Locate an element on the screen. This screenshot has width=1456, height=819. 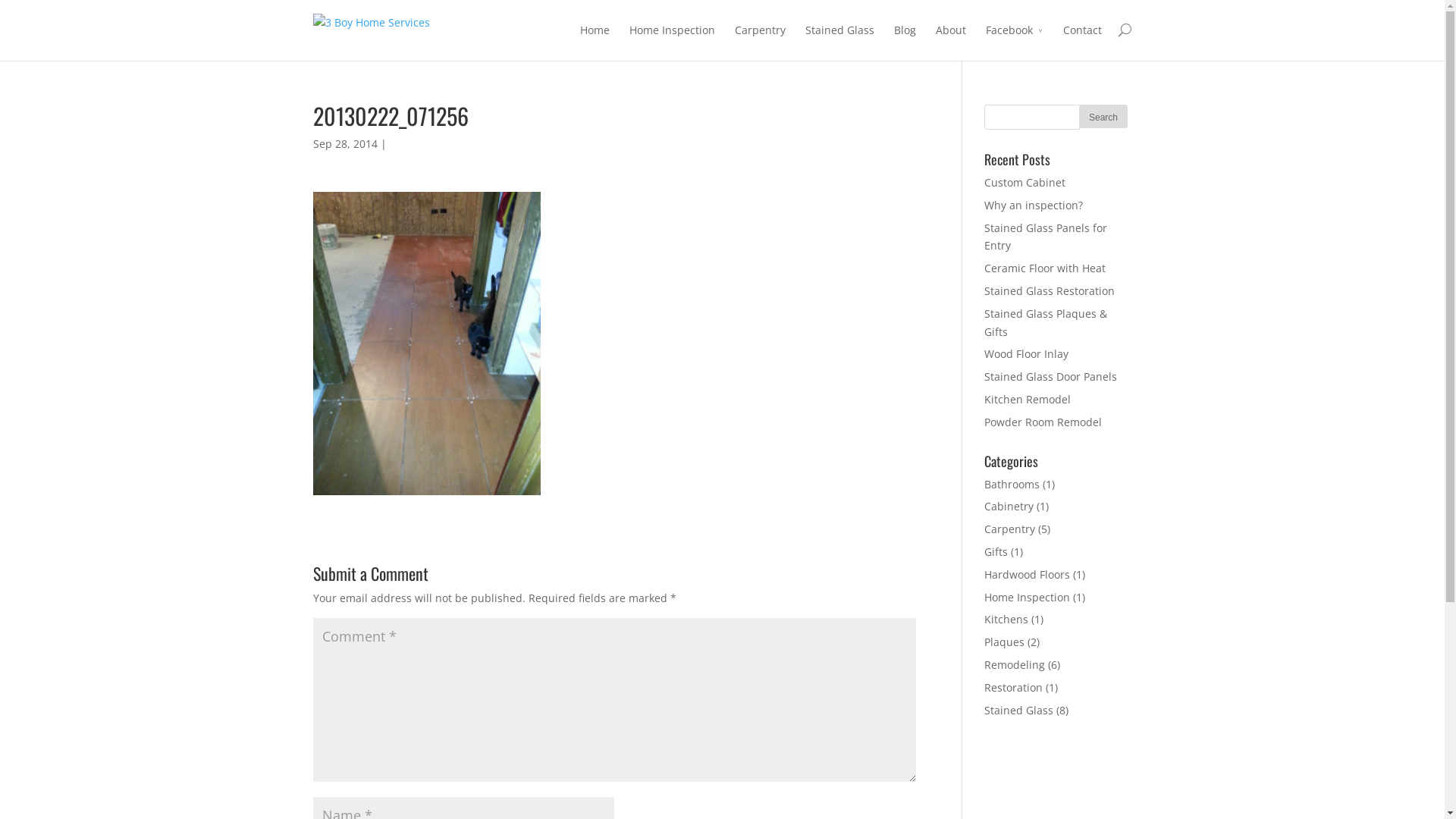
'Stained Glass' is located at coordinates (1018, 710).